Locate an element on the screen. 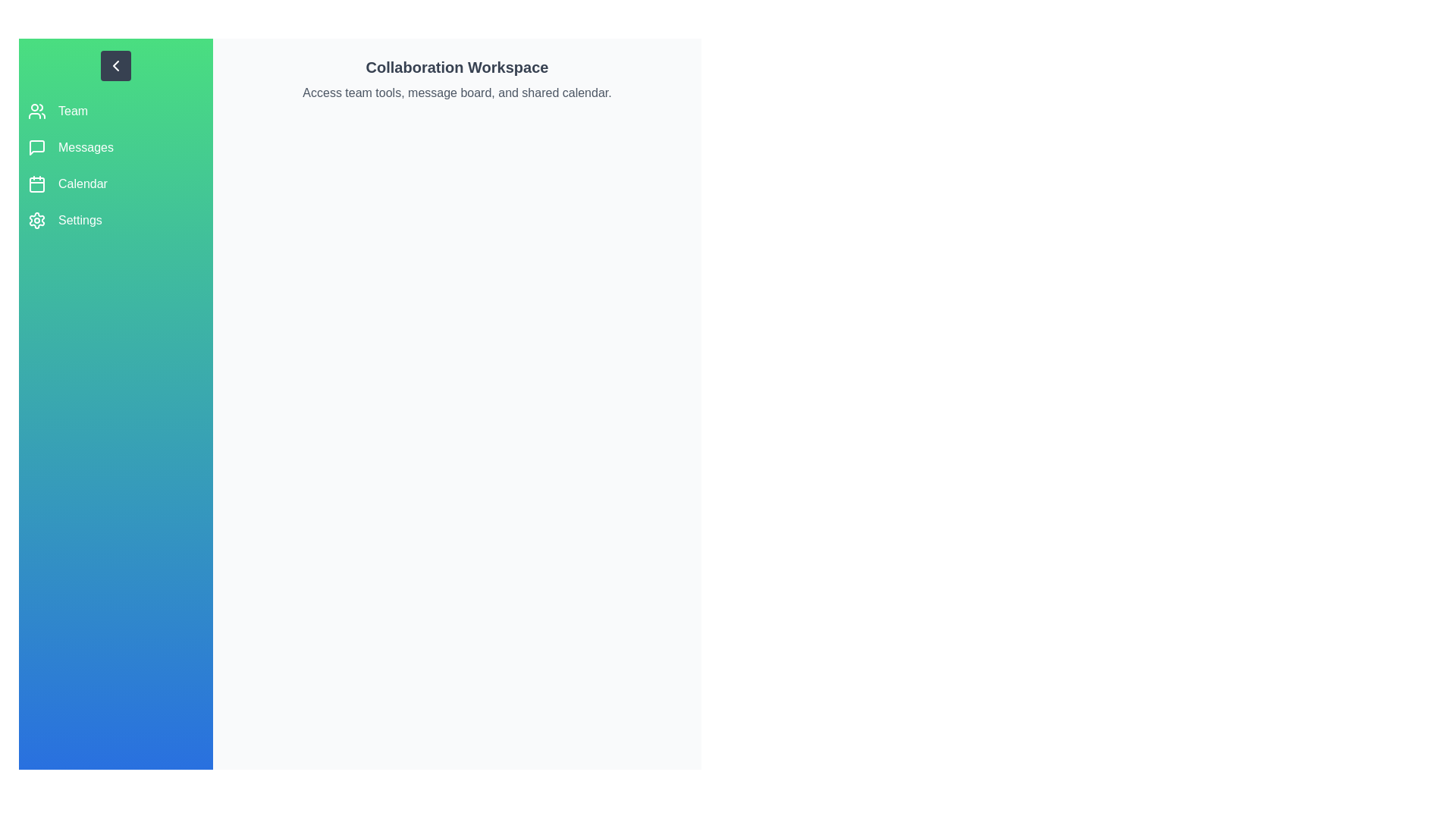 Image resolution: width=1456 pixels, height=819 pixels. the sidebar section Settings is located at coordinates (115, 220).